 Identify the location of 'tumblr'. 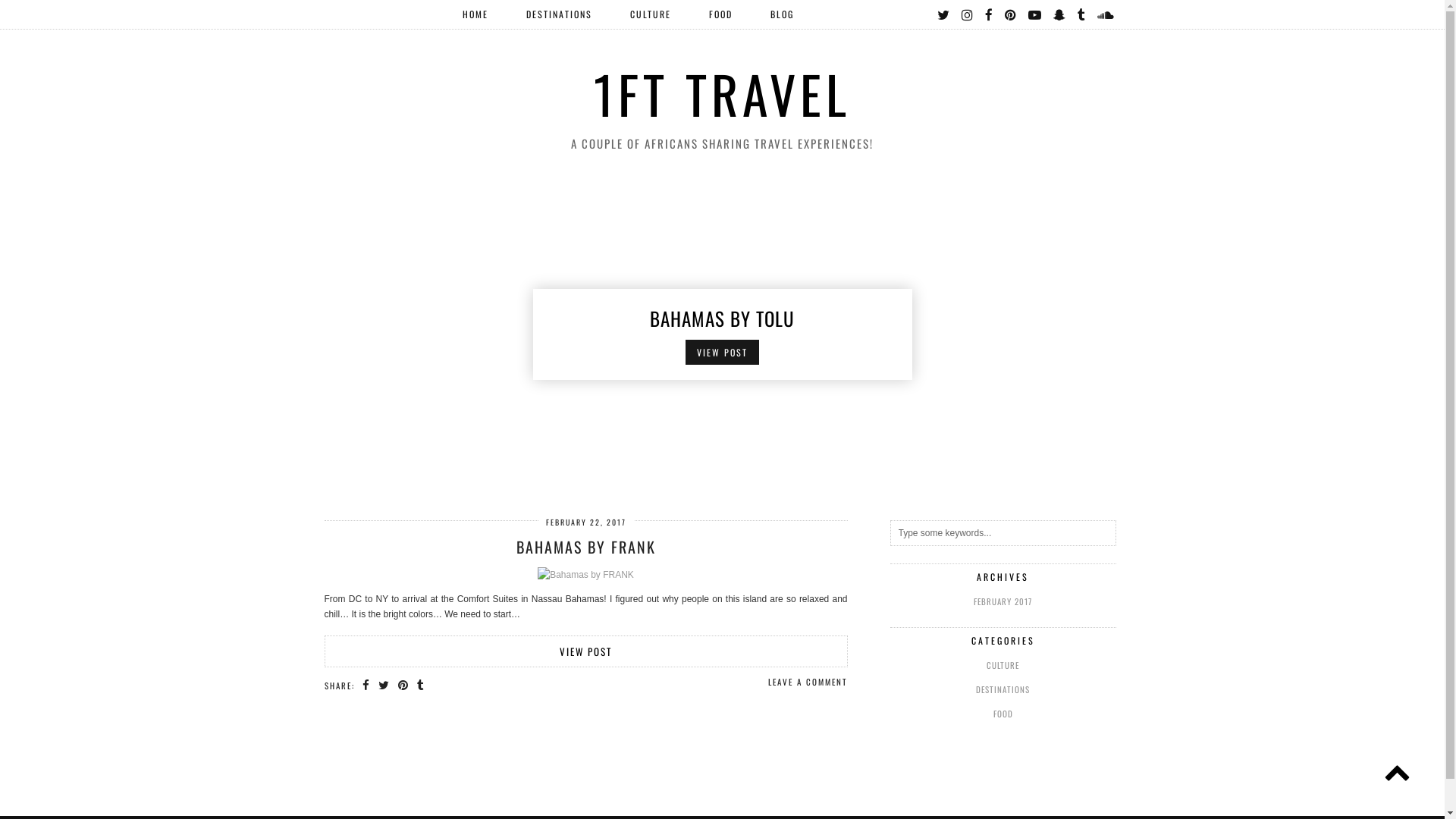
(1076, 14).